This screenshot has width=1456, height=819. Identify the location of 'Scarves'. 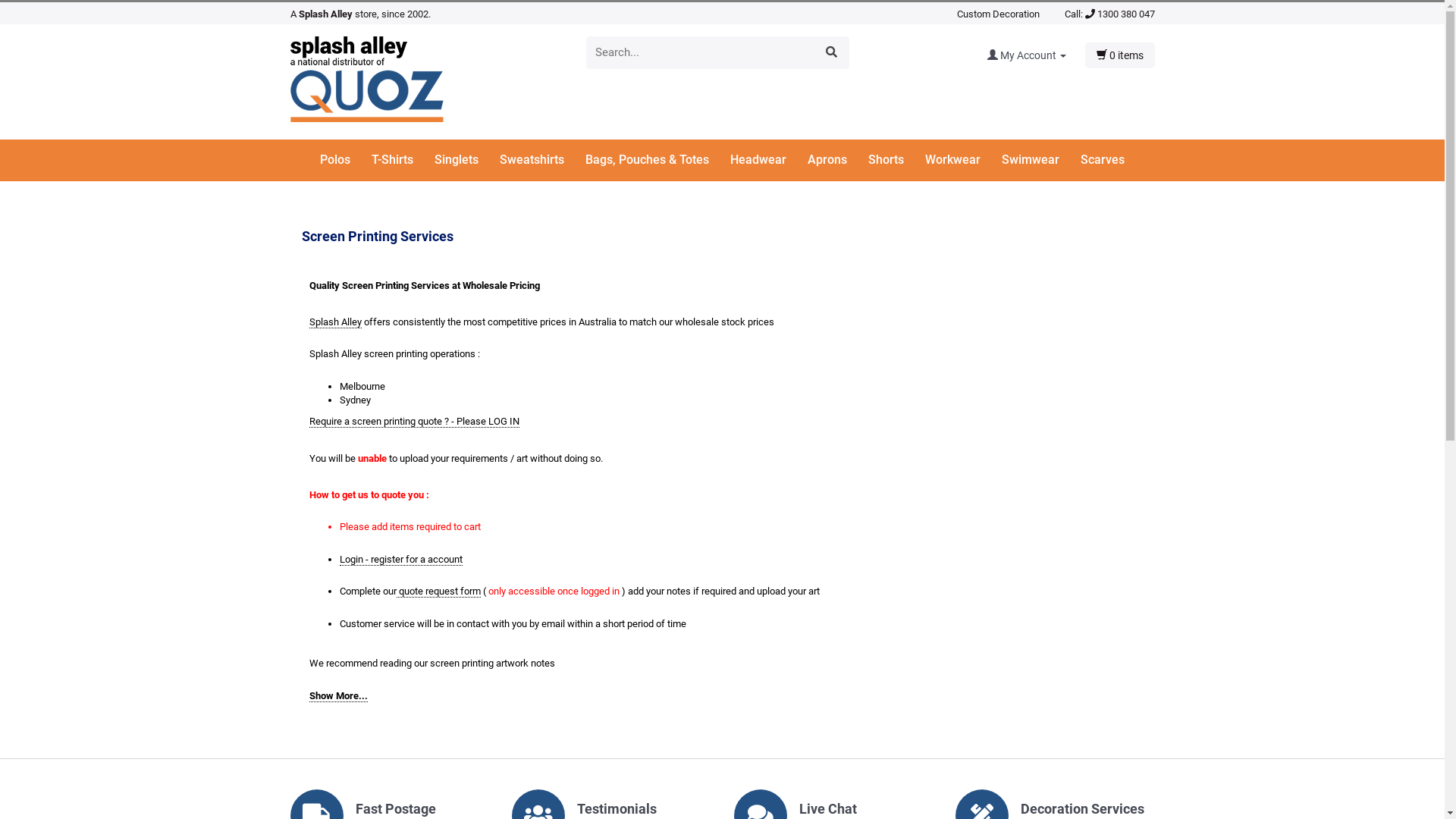
(1103, 160).